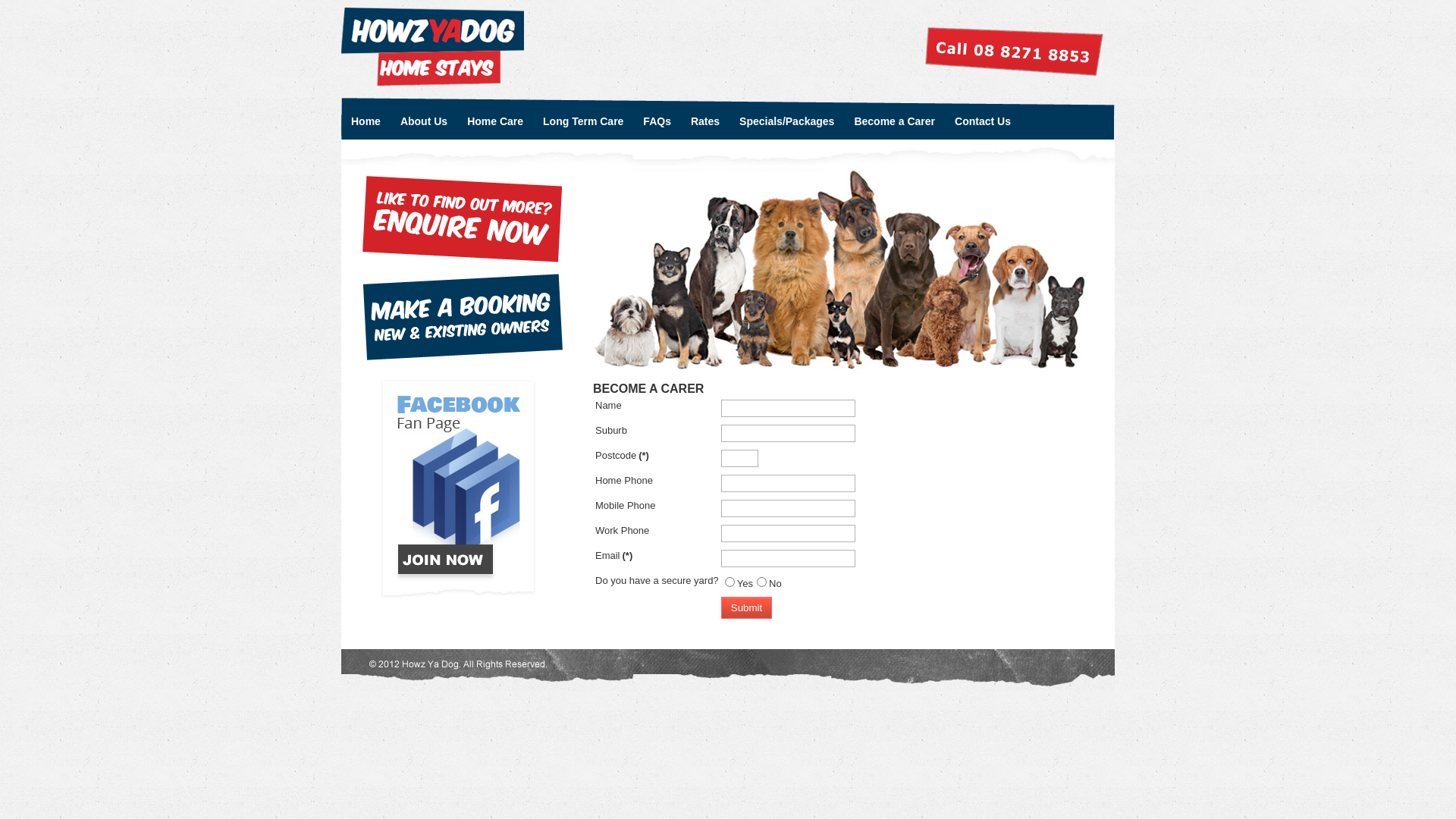 The image size is (1456, 819). Describe the element at coordinates (633, 117) in the screenshot. I see `'FAQs'` at that location.